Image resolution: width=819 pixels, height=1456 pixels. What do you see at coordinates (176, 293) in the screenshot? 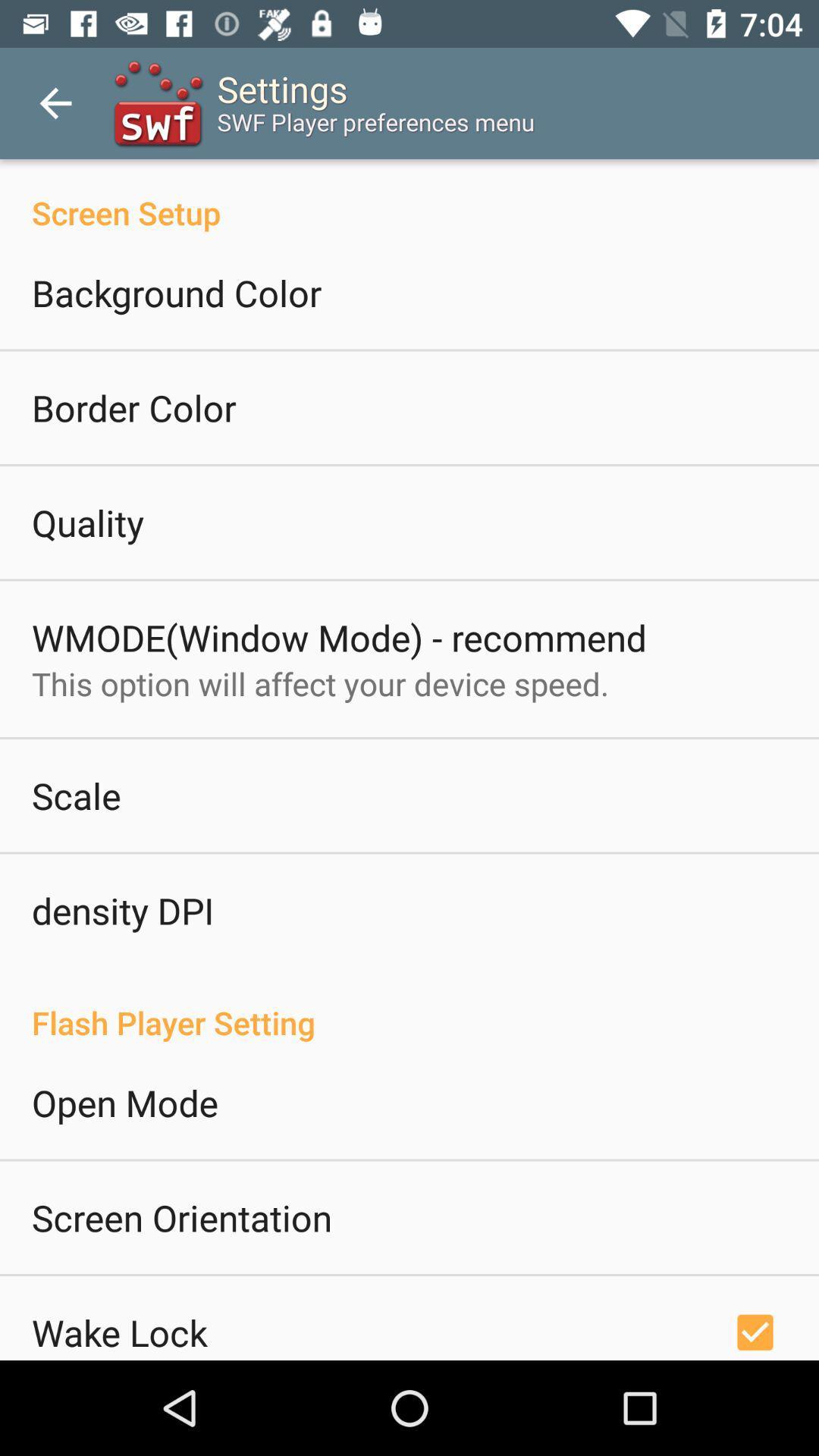
I see `icon above the border color` at bounding box center [176, 293].